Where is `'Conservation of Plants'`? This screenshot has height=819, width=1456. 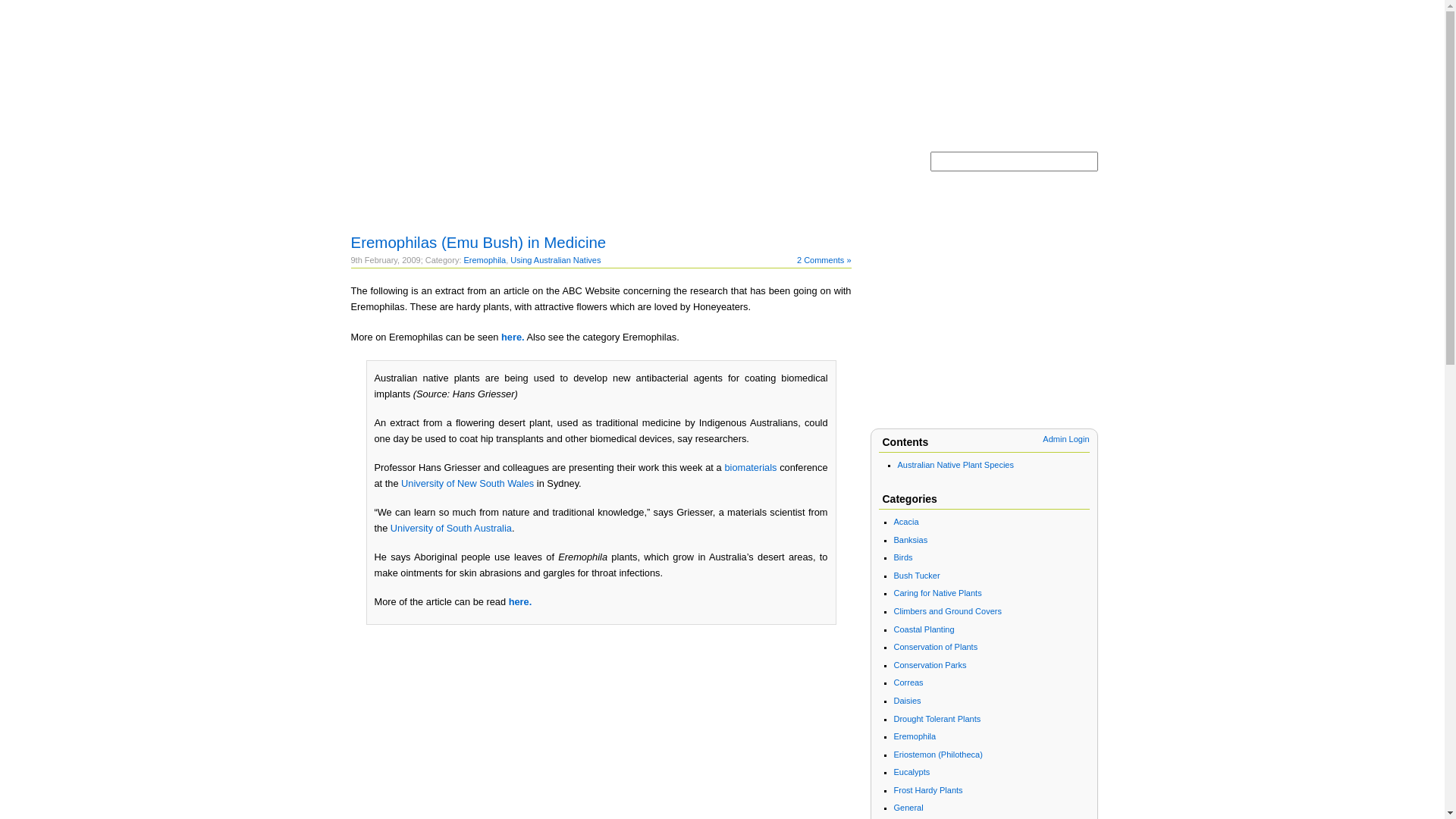 'Conservation of Plants' is located at coordinates (893, 646).